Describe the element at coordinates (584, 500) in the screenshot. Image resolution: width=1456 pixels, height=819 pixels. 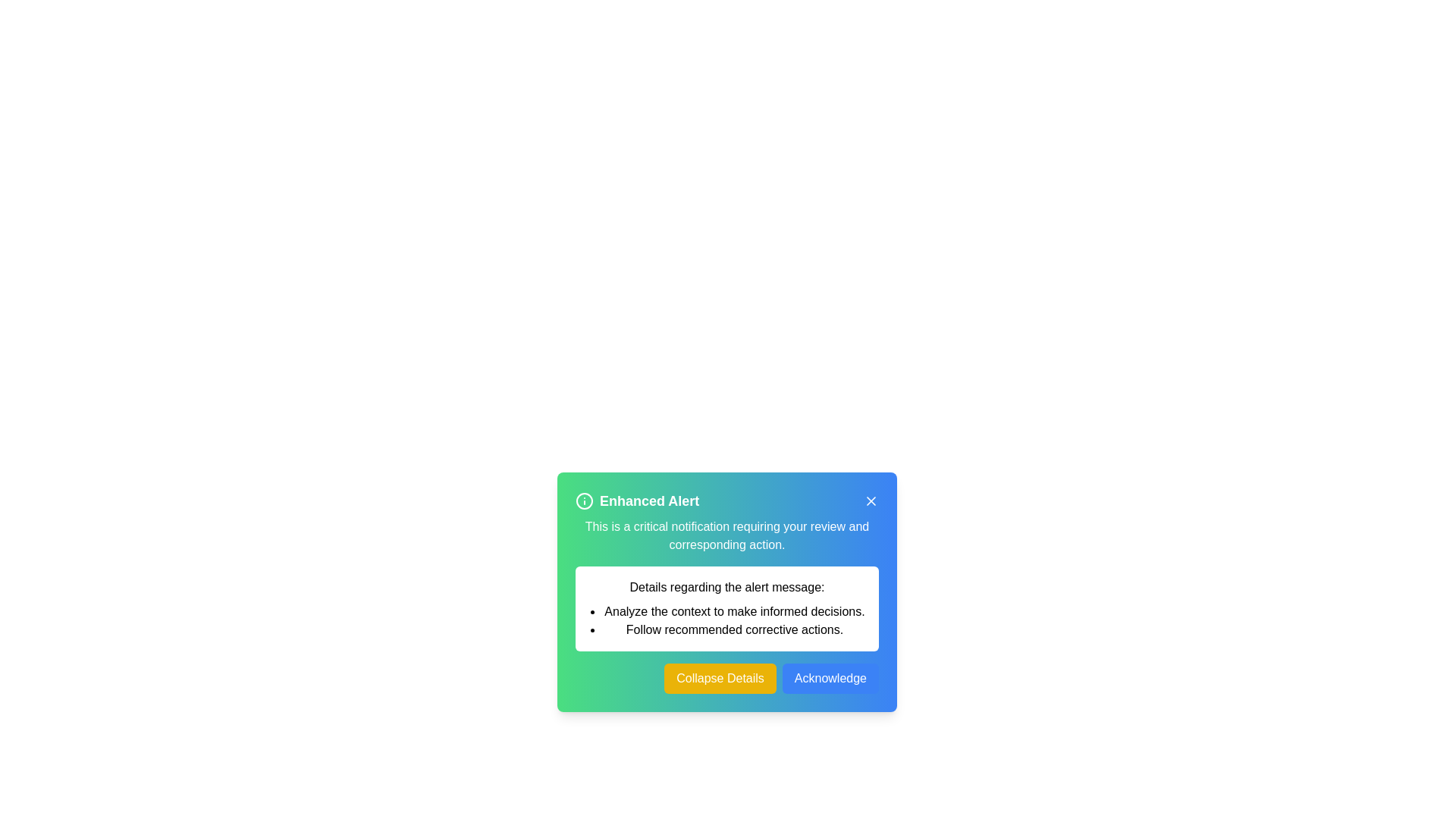
I see `the information icon located to the left of the 'Enhanced Alert' text in the header section of the notification box` at that location.